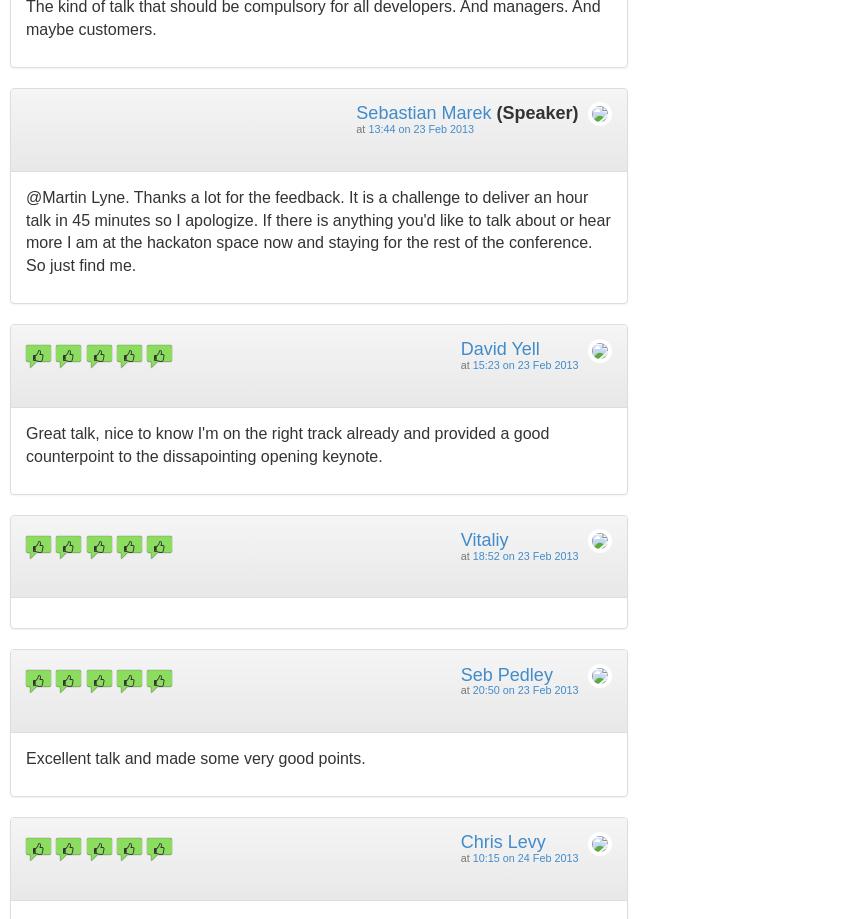 The image size is (850, 919). Describe the element at coordinates (459, 840) in the screenshot. I see `'Chris Levy'` at that location.